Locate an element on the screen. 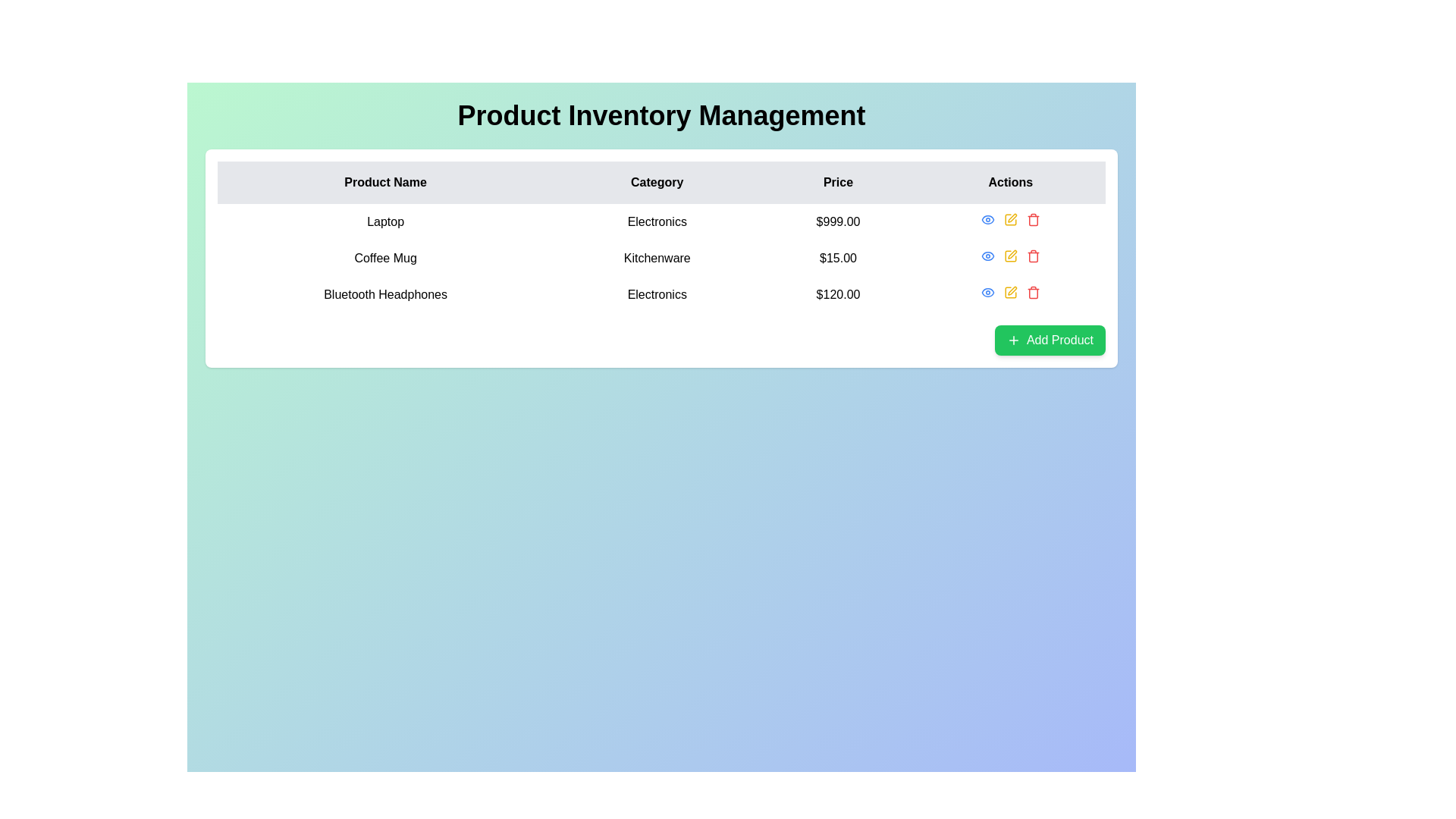 This screenshot has width=1456, height=819. the blue eye icon in the 'Actions' column of the second row to observe the hover effect is located at coordinates (987, 256).